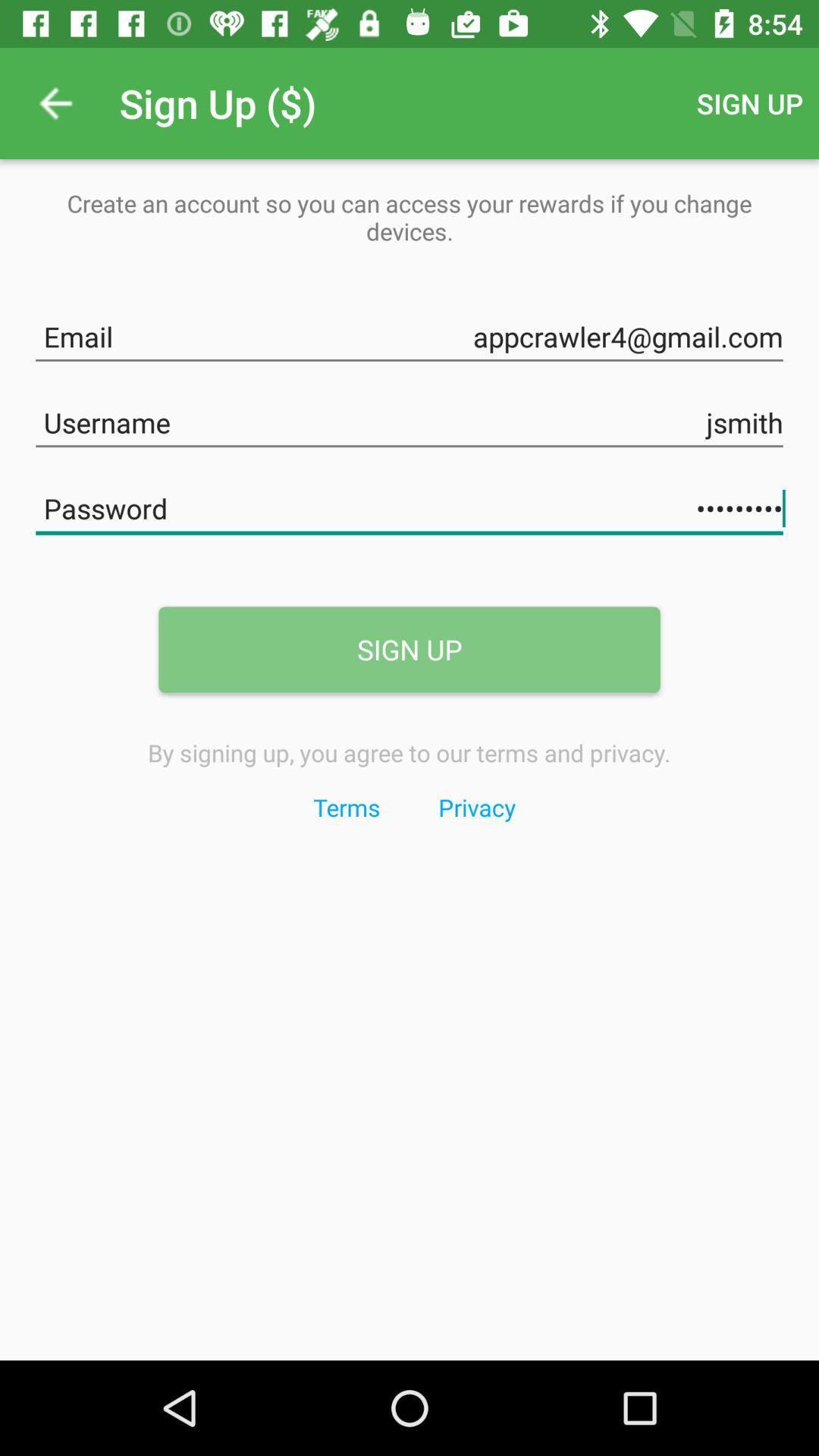 This screenshot has width=819, height=1456. Describe the element at coordinates (409, 419) in the screenshot. I see `jsmith item` at that location.